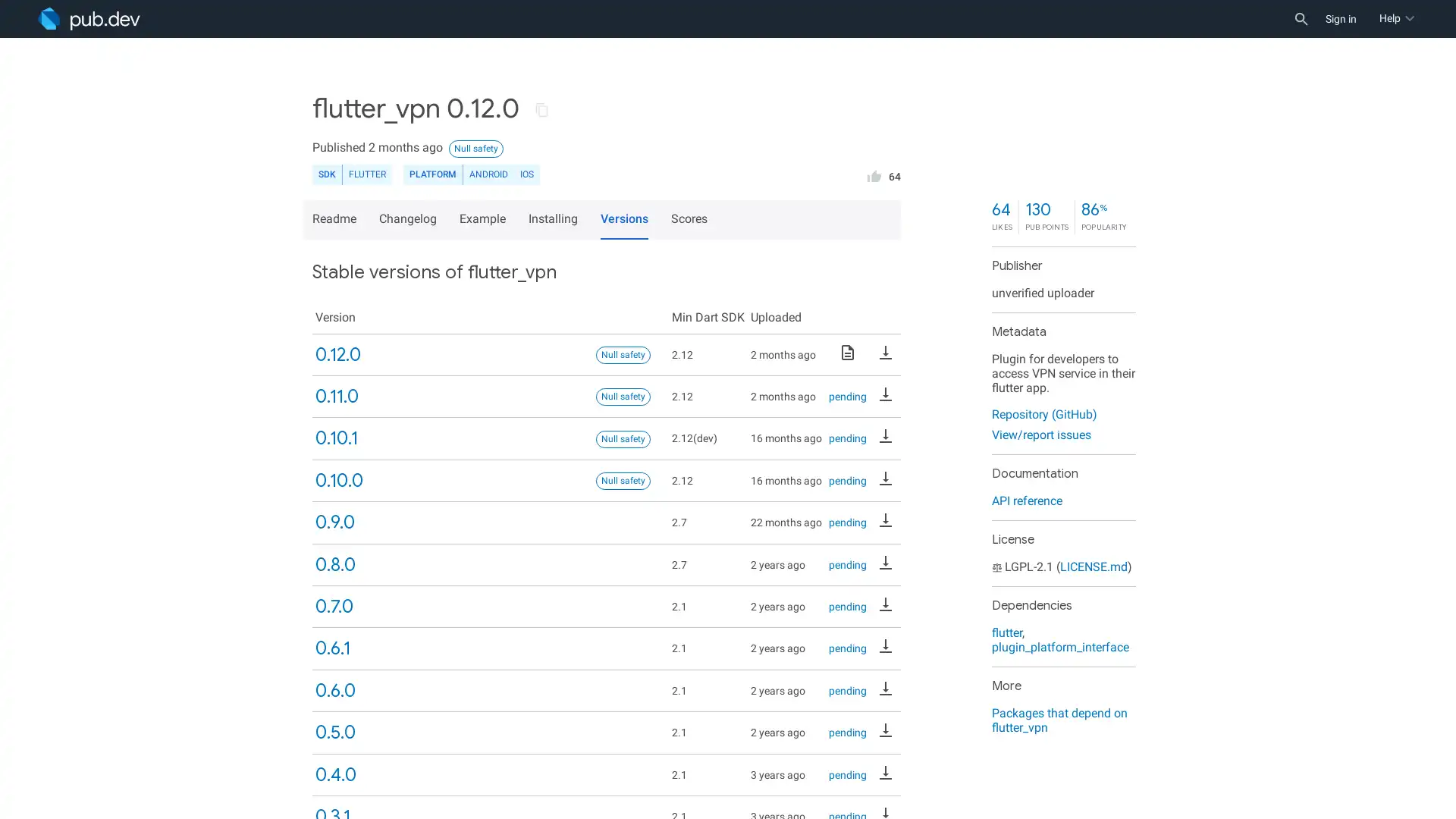  Describe the element at coordinates (554, 219) in the screenshot. I see `Installing` at that location.